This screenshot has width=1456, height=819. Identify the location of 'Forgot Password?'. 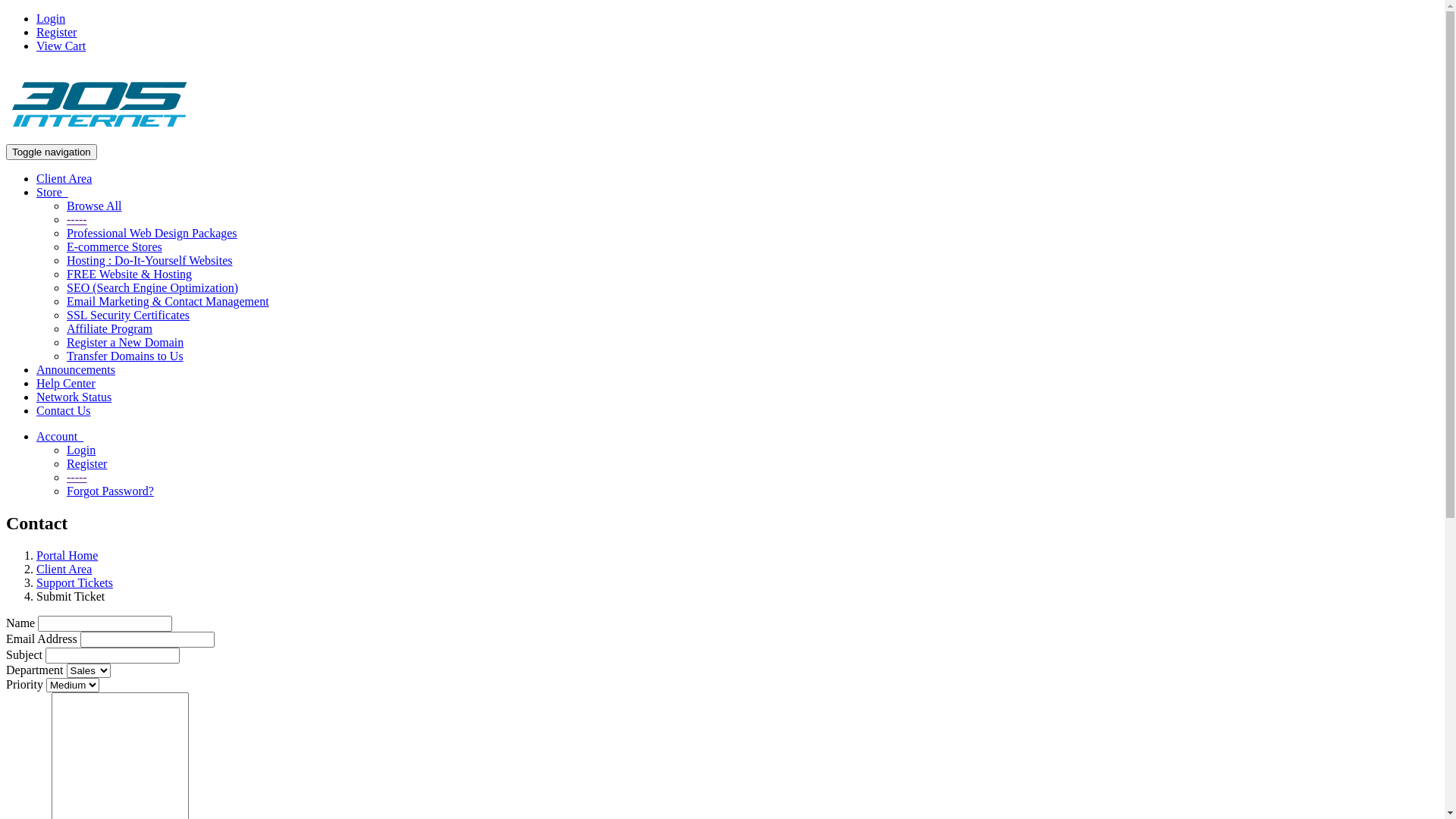
(65, 491).